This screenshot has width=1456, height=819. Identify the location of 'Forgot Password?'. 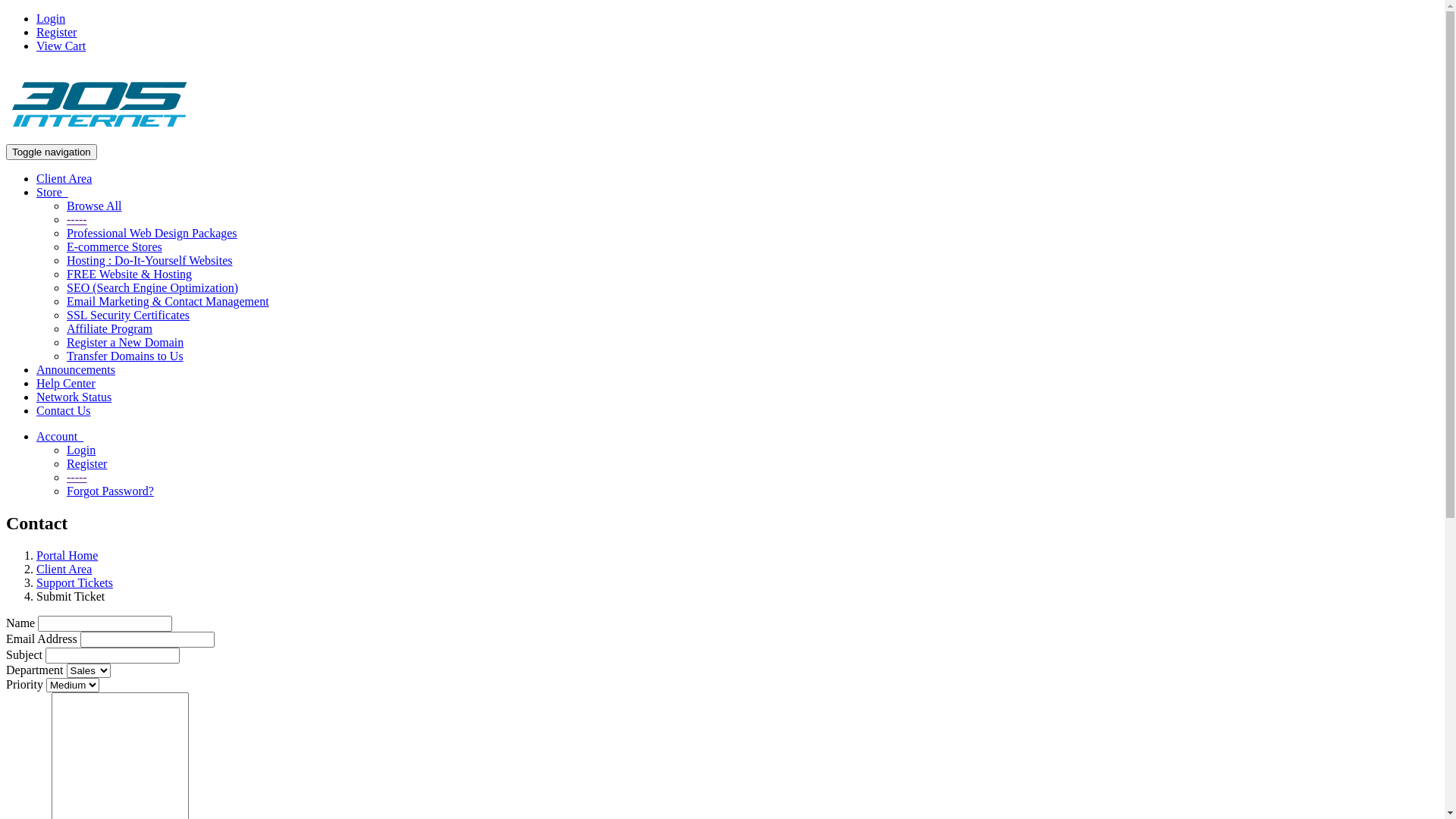
(65, 491).